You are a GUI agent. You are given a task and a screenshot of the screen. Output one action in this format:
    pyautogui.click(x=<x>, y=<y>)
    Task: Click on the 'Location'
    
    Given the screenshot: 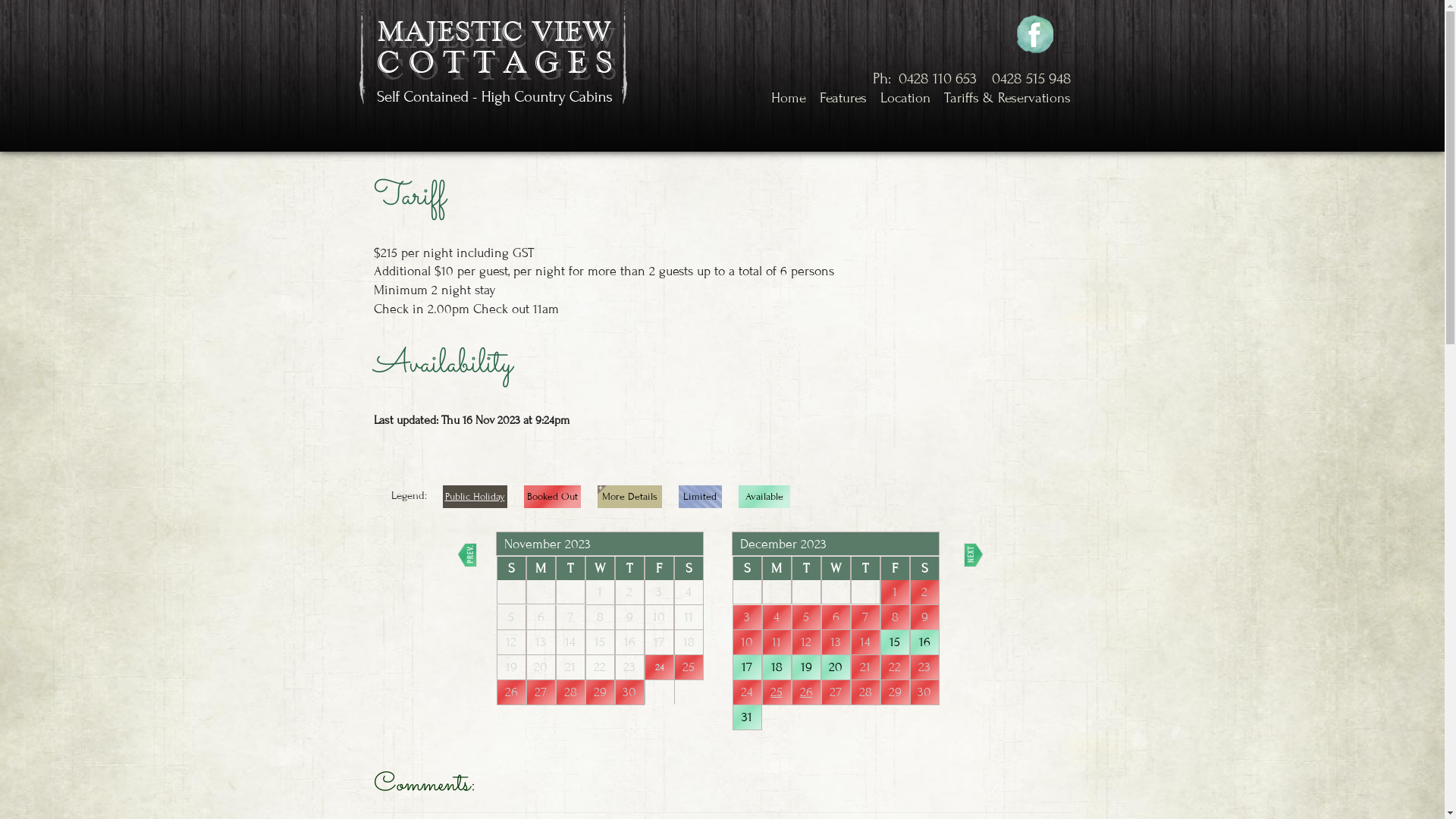 What is the action you would take?
    pyautogui.click(x=905, y=98)
    